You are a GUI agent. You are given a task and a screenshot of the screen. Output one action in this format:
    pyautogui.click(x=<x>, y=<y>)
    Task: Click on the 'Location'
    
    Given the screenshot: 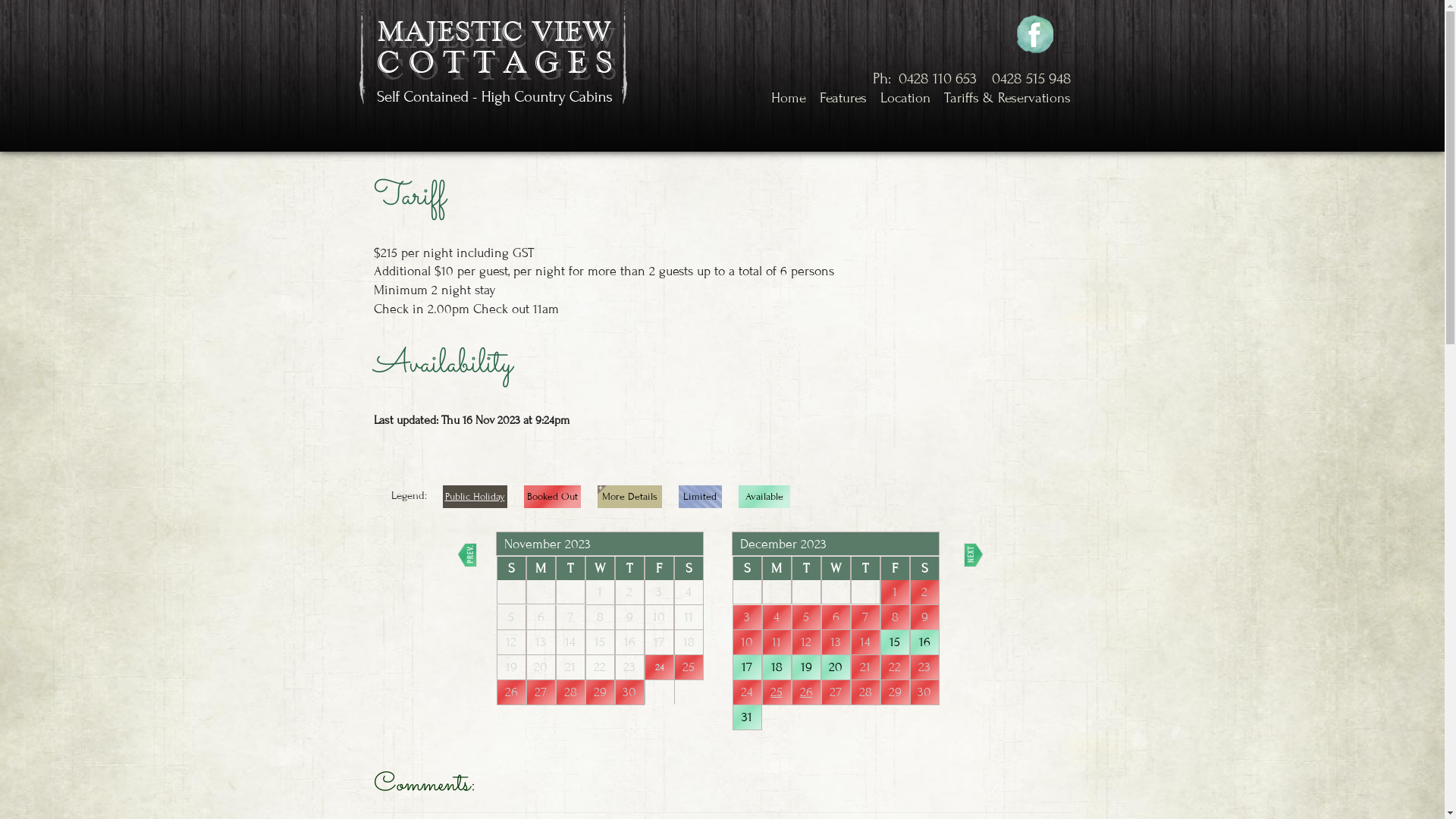 What is the action you would take?
    pyautogui.click(x=905, y=98)
    